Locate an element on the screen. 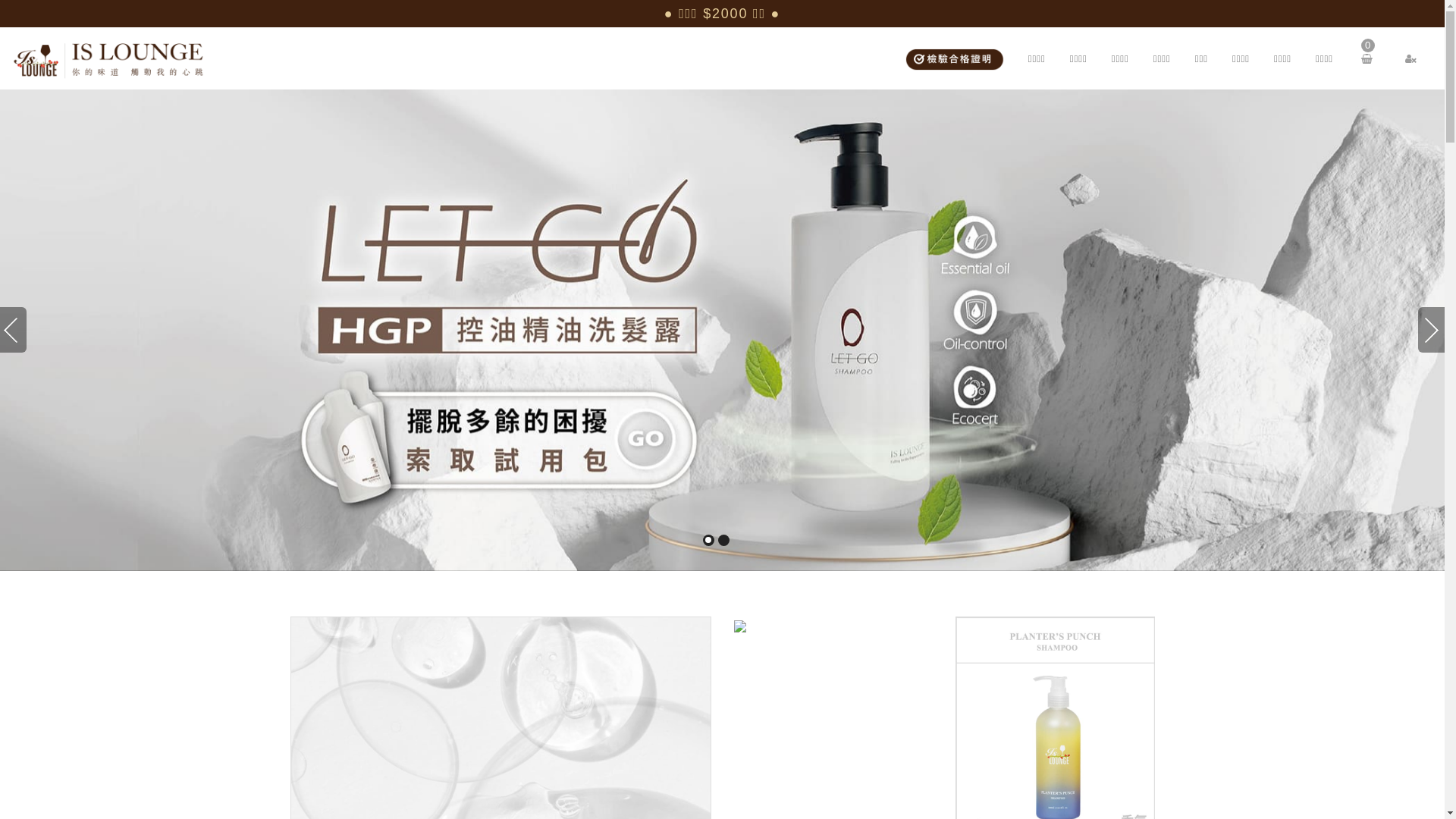 The height and width of the screenshot is (819, 1456). '0' is located at coordinates (1369, 58).